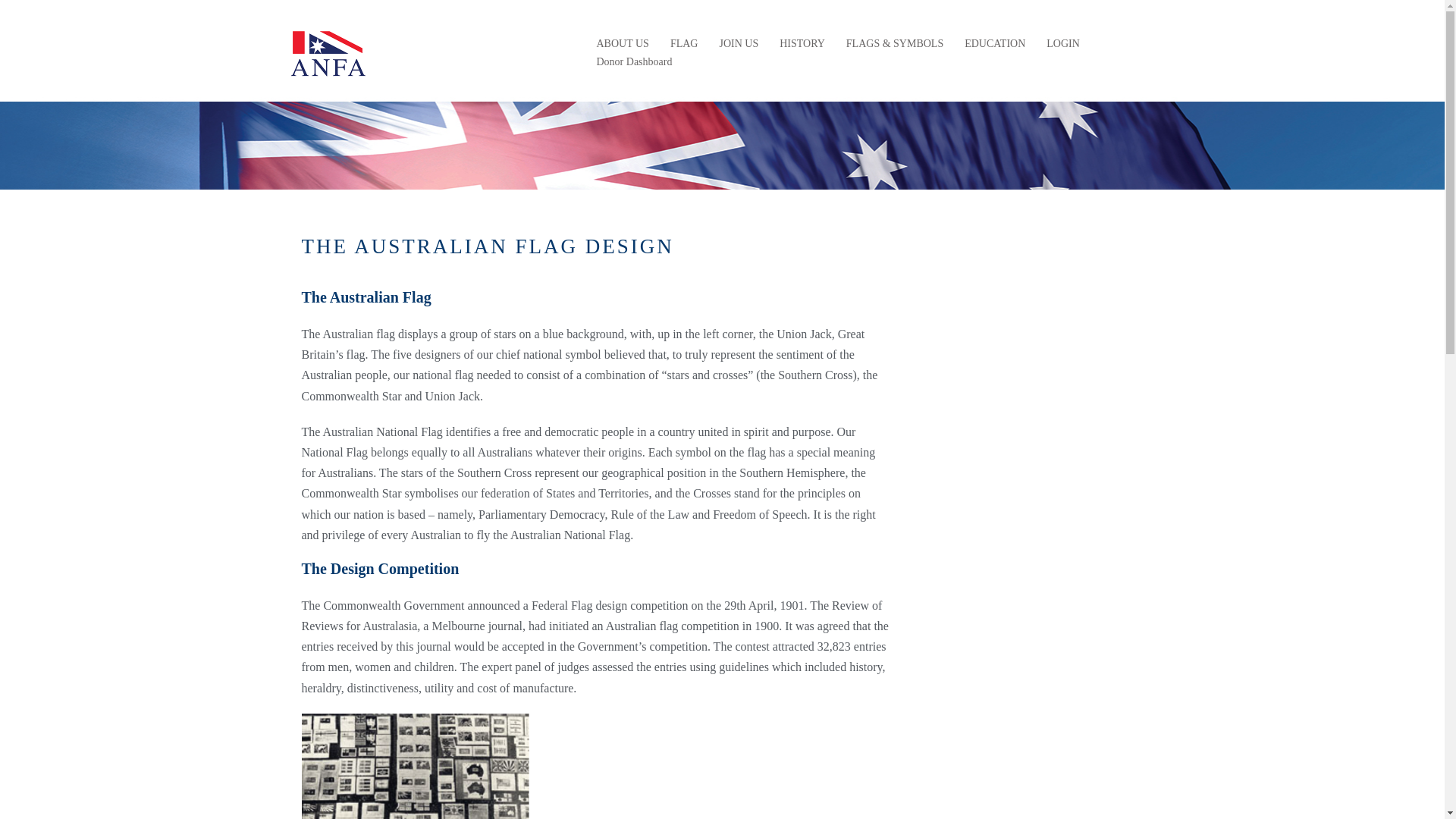 The height and width of the screenshot is (819, 1456). I want to click on 'Donor Dashboard', so click(595, 61).